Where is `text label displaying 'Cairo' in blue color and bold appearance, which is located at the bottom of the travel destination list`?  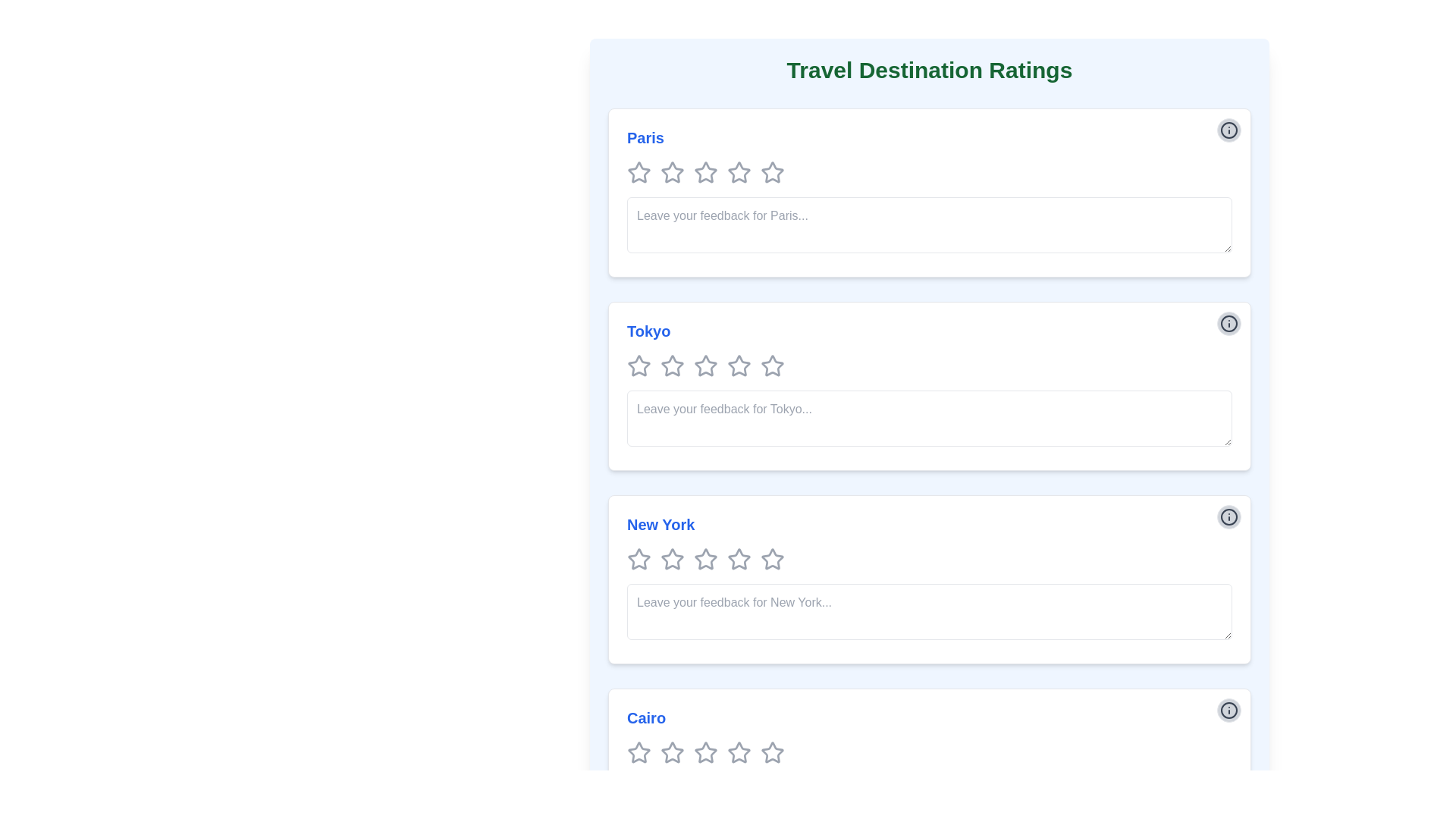 text label displaying 'Cairo' in blue color and bold appearance, which is located at the bottom of the travel destination list is located at coordinates (646, 717).